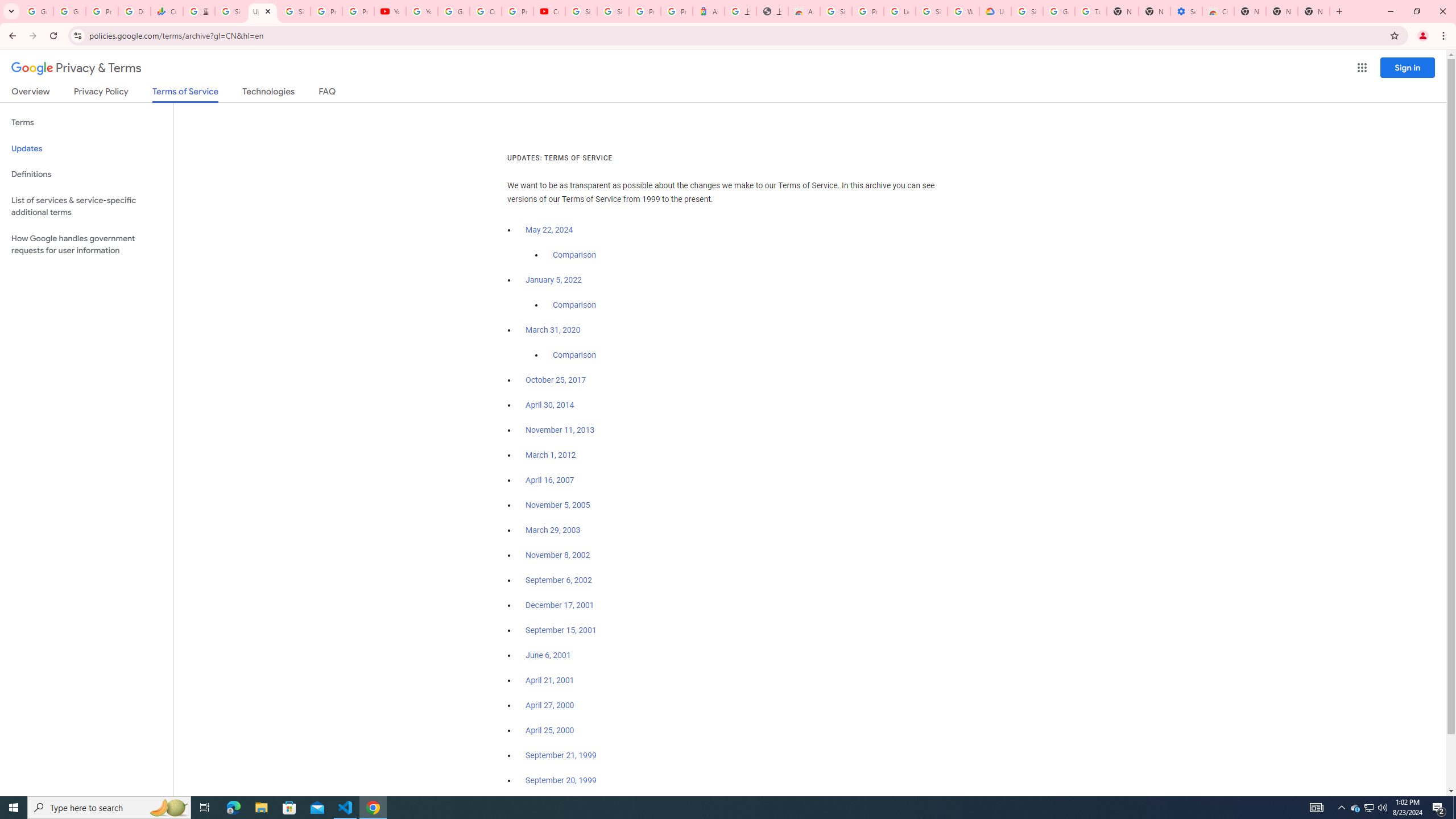 The width and height of the screenshot is (1456, 819). I want to click on 'April 16, 2007', so click(549, 481).